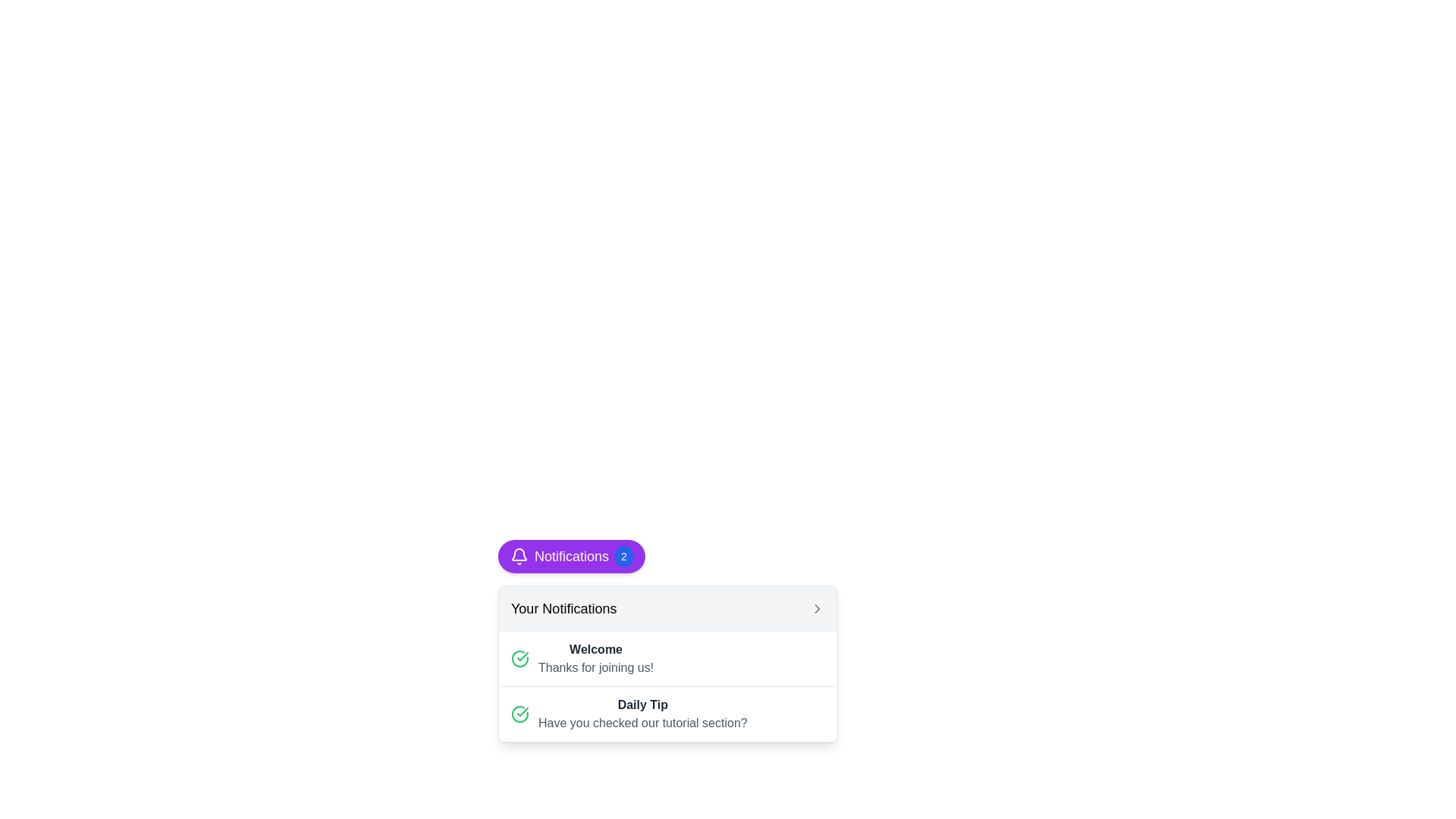  Describe the element at coordinates (520, 657) in the screenshot. I see `the circular green outlined checkmark icon located adjacent to the 'Daily Tip' text in the middle-right portion of the notification panel` at that location.